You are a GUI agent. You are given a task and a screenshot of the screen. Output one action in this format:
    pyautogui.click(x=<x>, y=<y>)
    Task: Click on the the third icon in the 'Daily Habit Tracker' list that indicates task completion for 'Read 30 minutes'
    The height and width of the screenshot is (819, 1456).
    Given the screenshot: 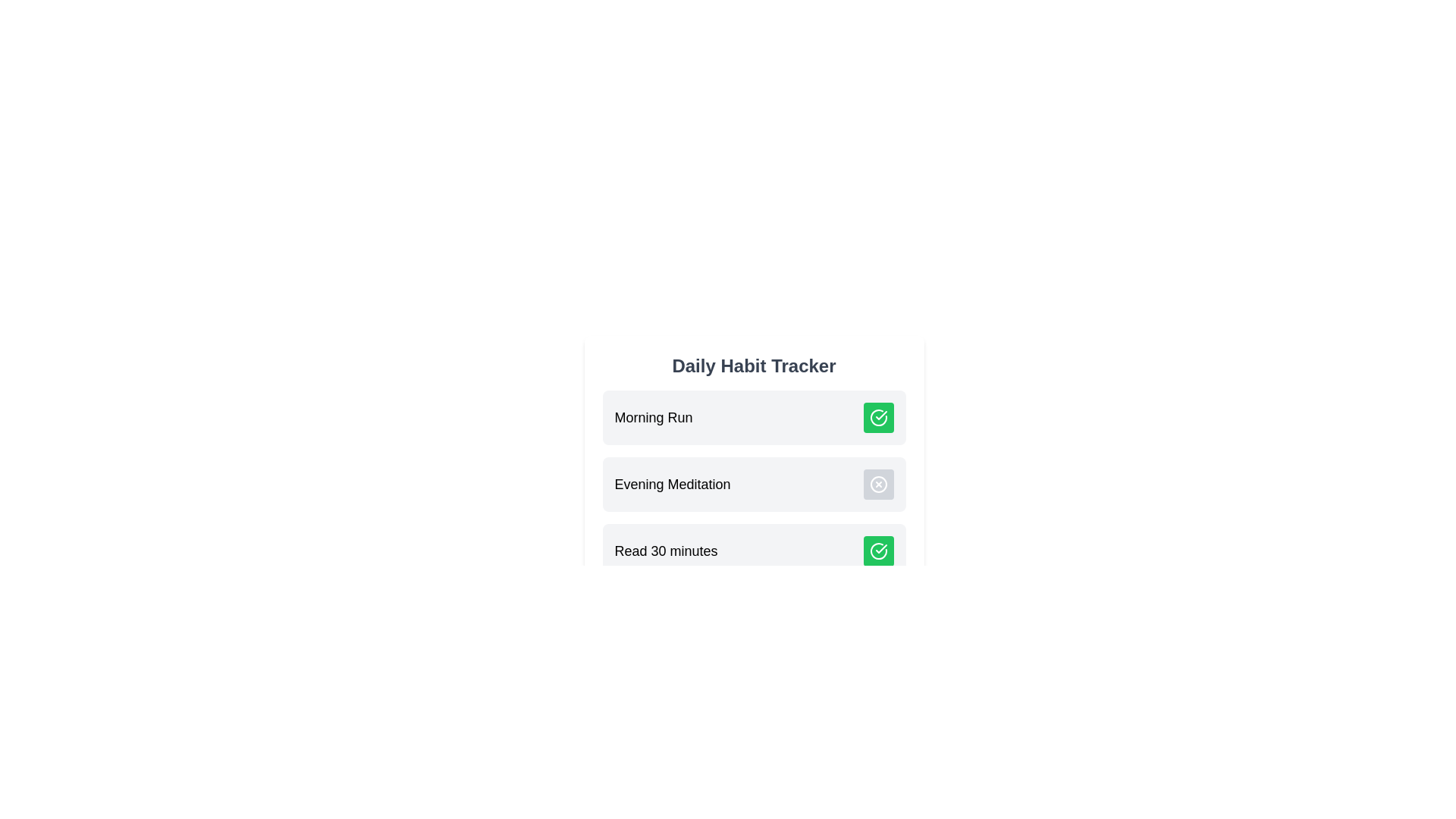 What is the action you would take?
    pyautogui.click(x=878, y=418)
    